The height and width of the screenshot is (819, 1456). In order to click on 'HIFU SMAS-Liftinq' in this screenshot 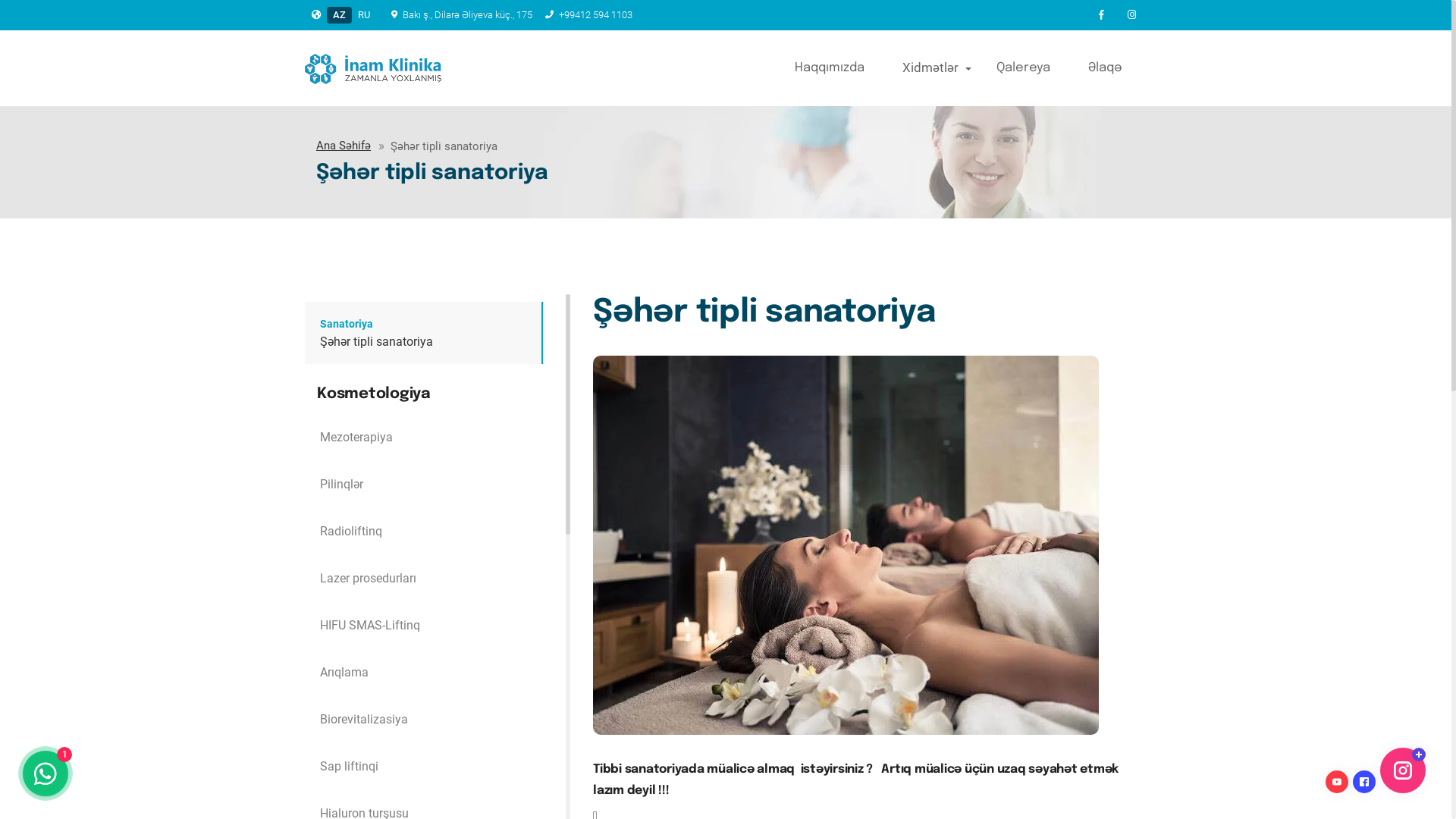, I will do `click(423, 626)`.